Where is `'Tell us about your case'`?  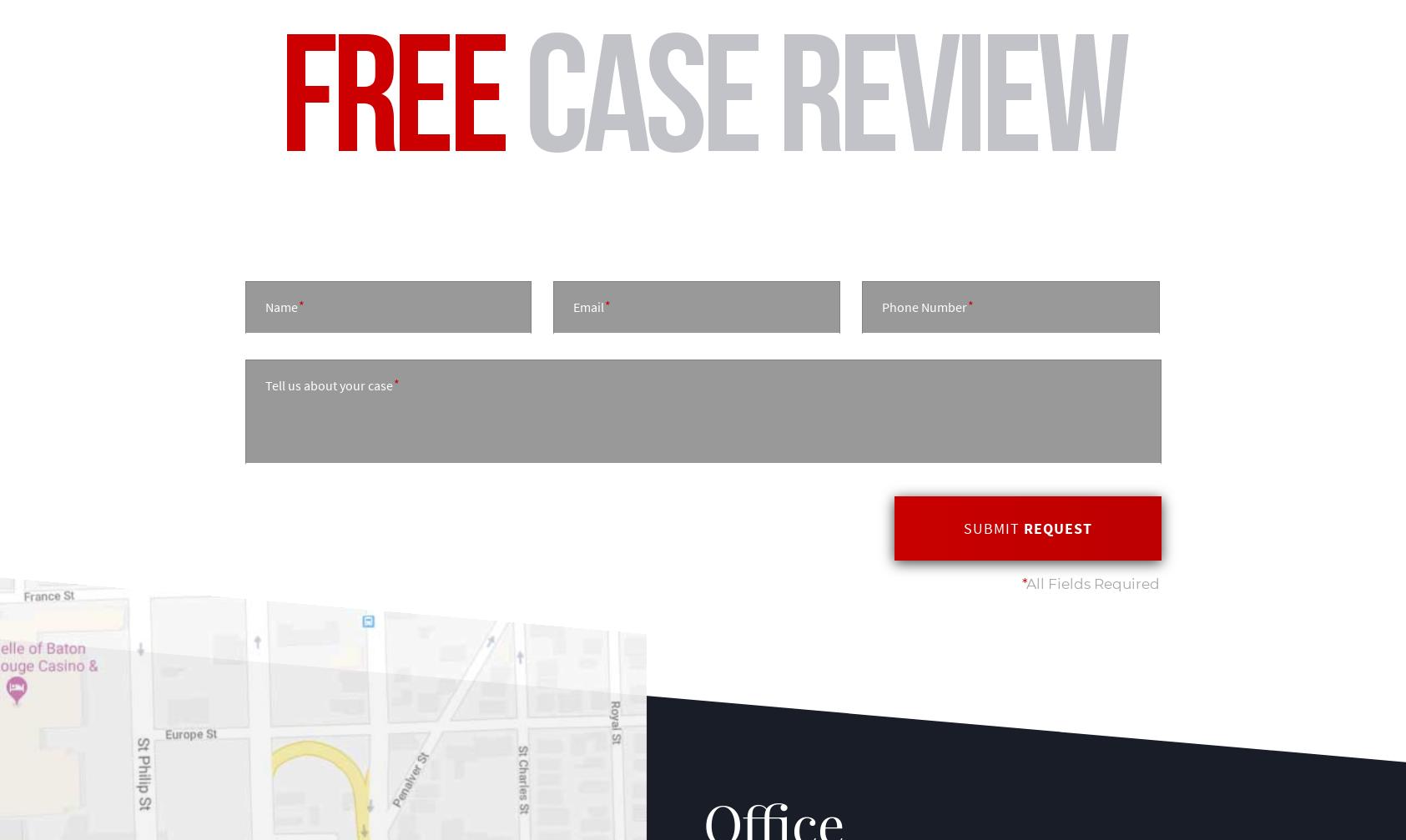
'Tell us about your case' is located at coordinates (327, 385).